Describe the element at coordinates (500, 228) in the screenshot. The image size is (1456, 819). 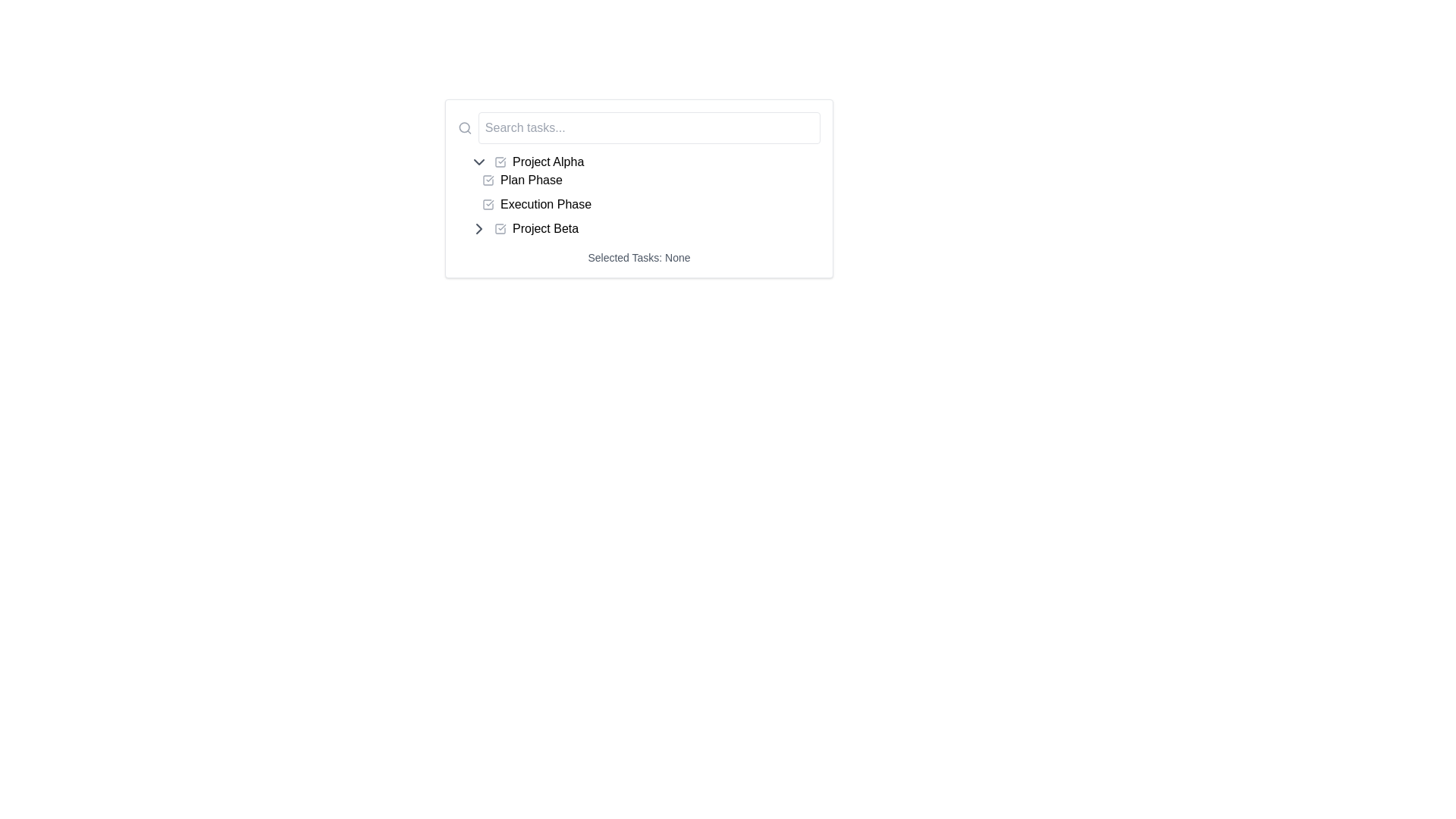
I see `the checkbox to select or deselect the 'Project Beta' item, located to the left of the text 'Project Beta'` at that location.